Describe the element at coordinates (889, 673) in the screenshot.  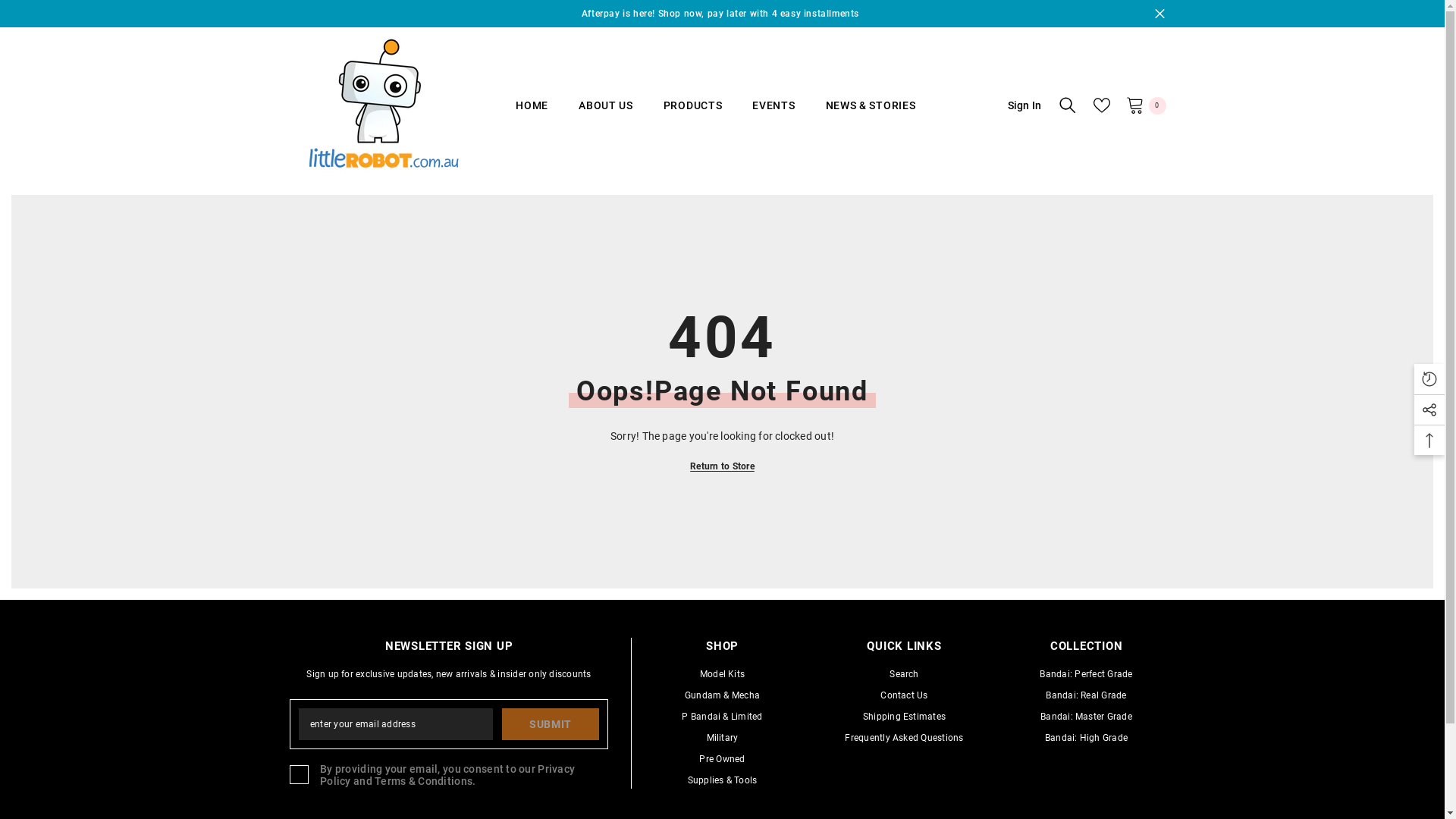
I see `'Search'` at that location.